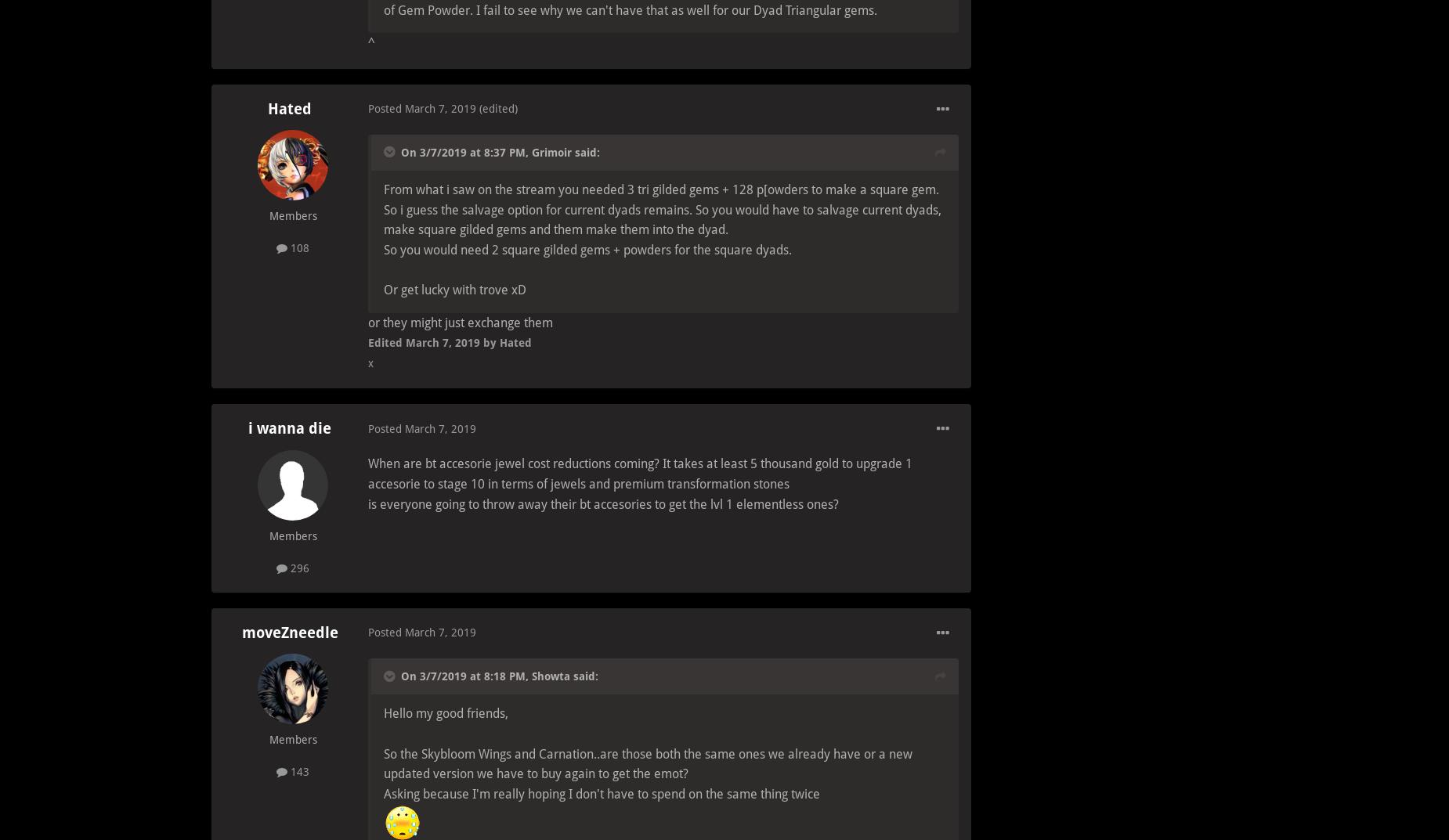 This screenshot has width=1449, height=840. I want to click on 'x', so click(370, 362).